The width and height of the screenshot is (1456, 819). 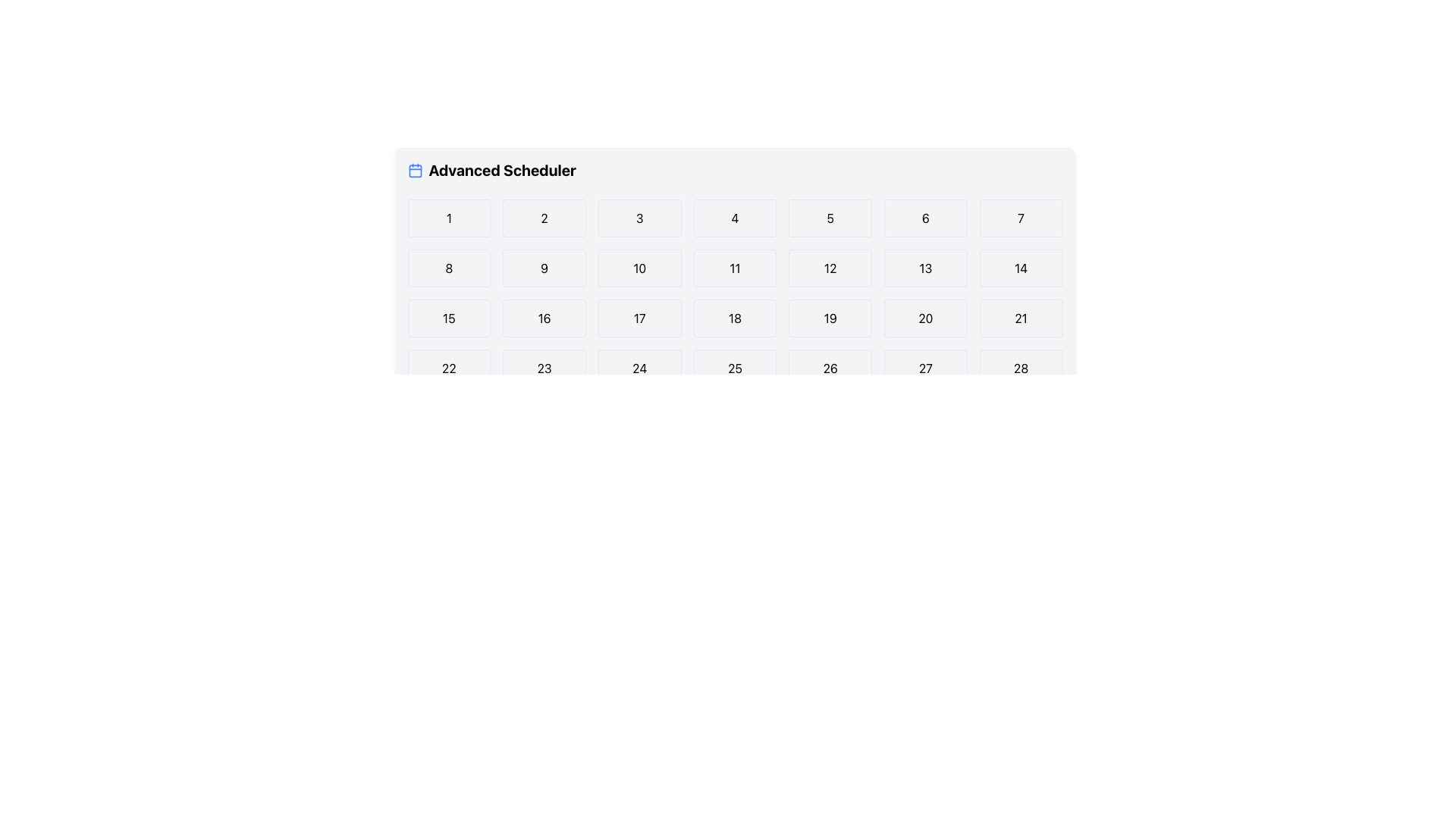 I want to click on the button representing the sixth option in the first row of a grid structure, so click(x=924, y=218).